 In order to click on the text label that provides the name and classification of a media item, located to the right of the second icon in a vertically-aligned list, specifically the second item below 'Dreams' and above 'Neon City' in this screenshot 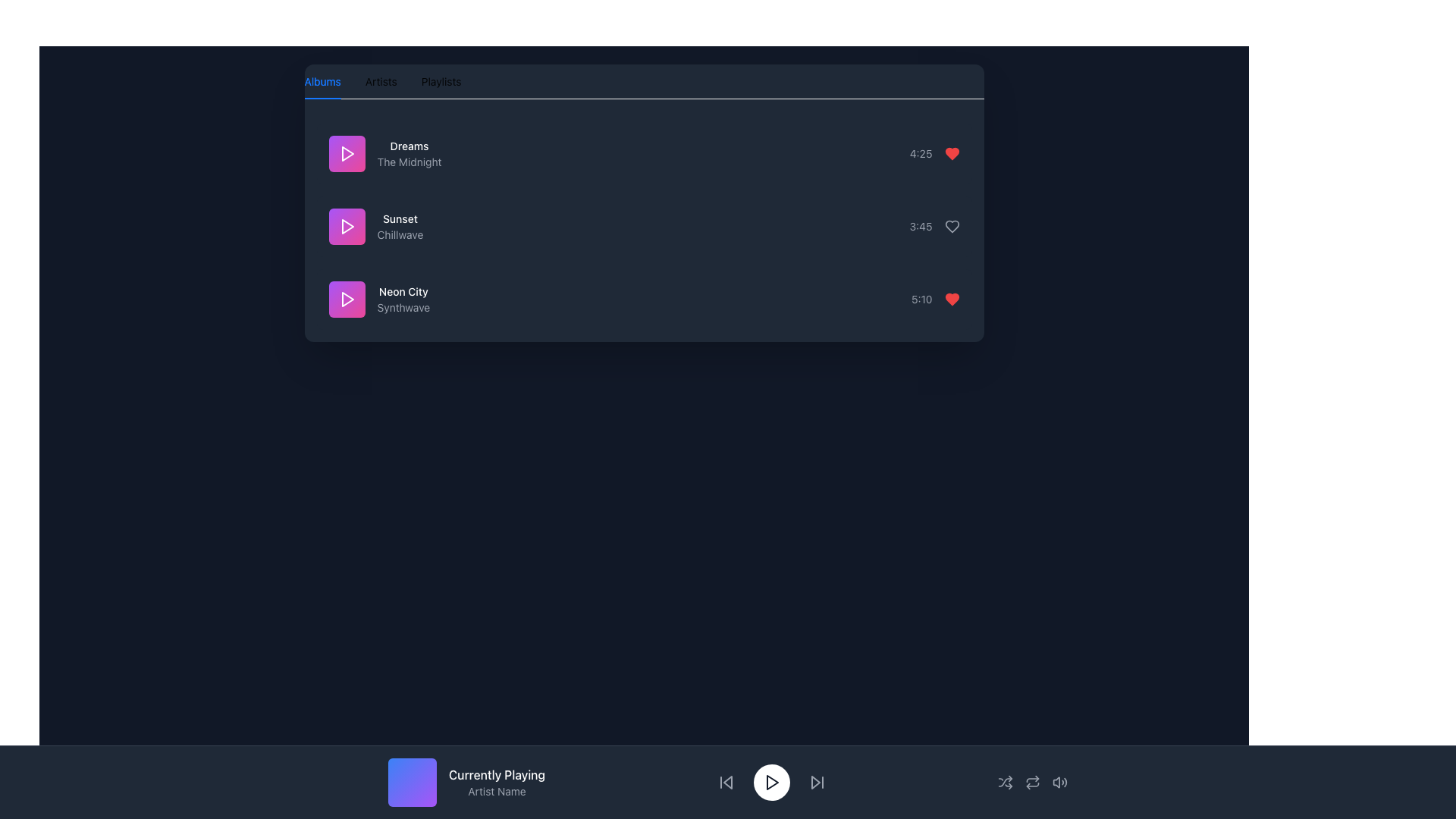, I will do `click(400, 227)`.